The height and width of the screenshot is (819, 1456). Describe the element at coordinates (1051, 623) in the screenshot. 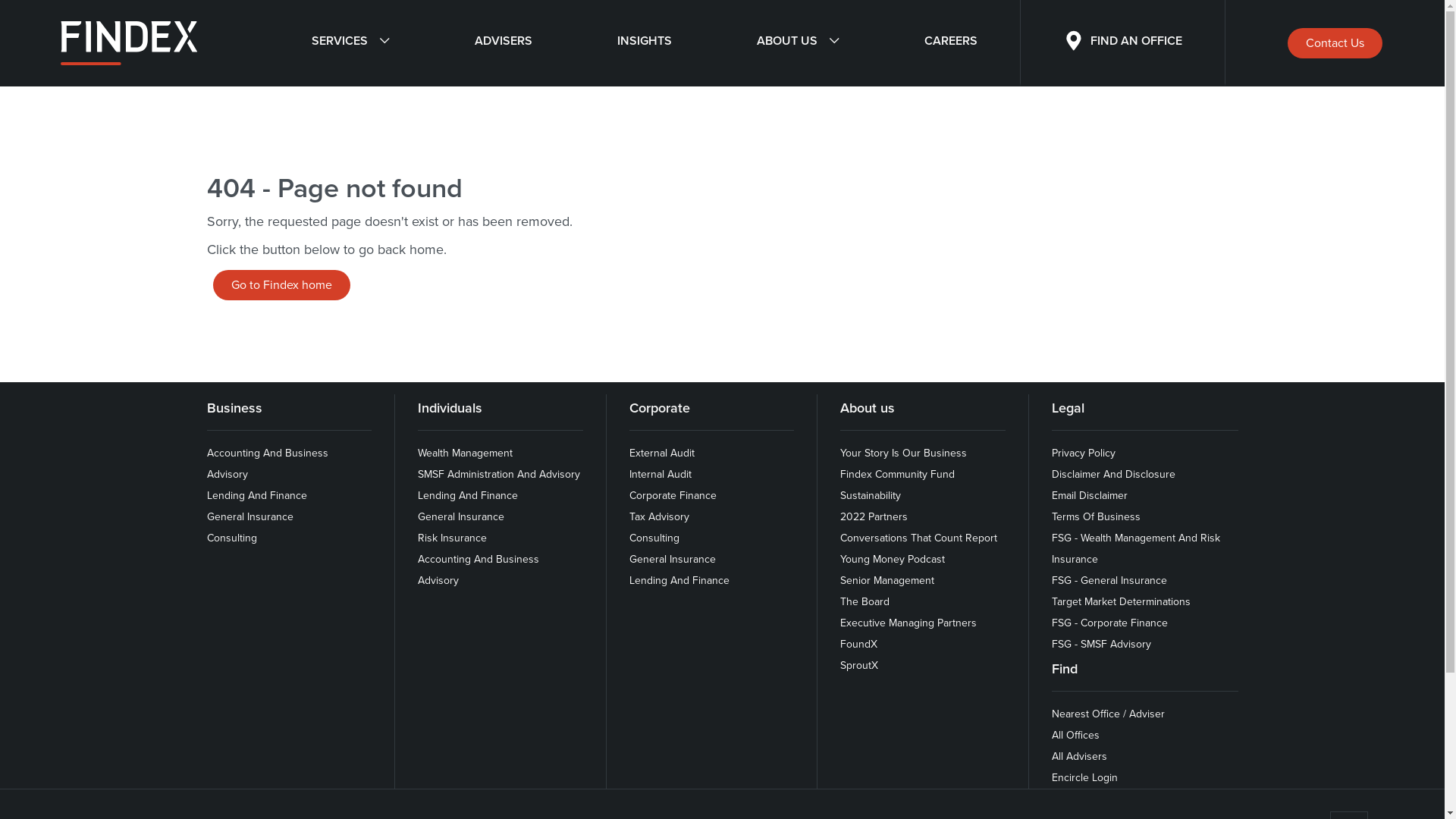

I see `'FSG - Corporate Finance'` at that location.